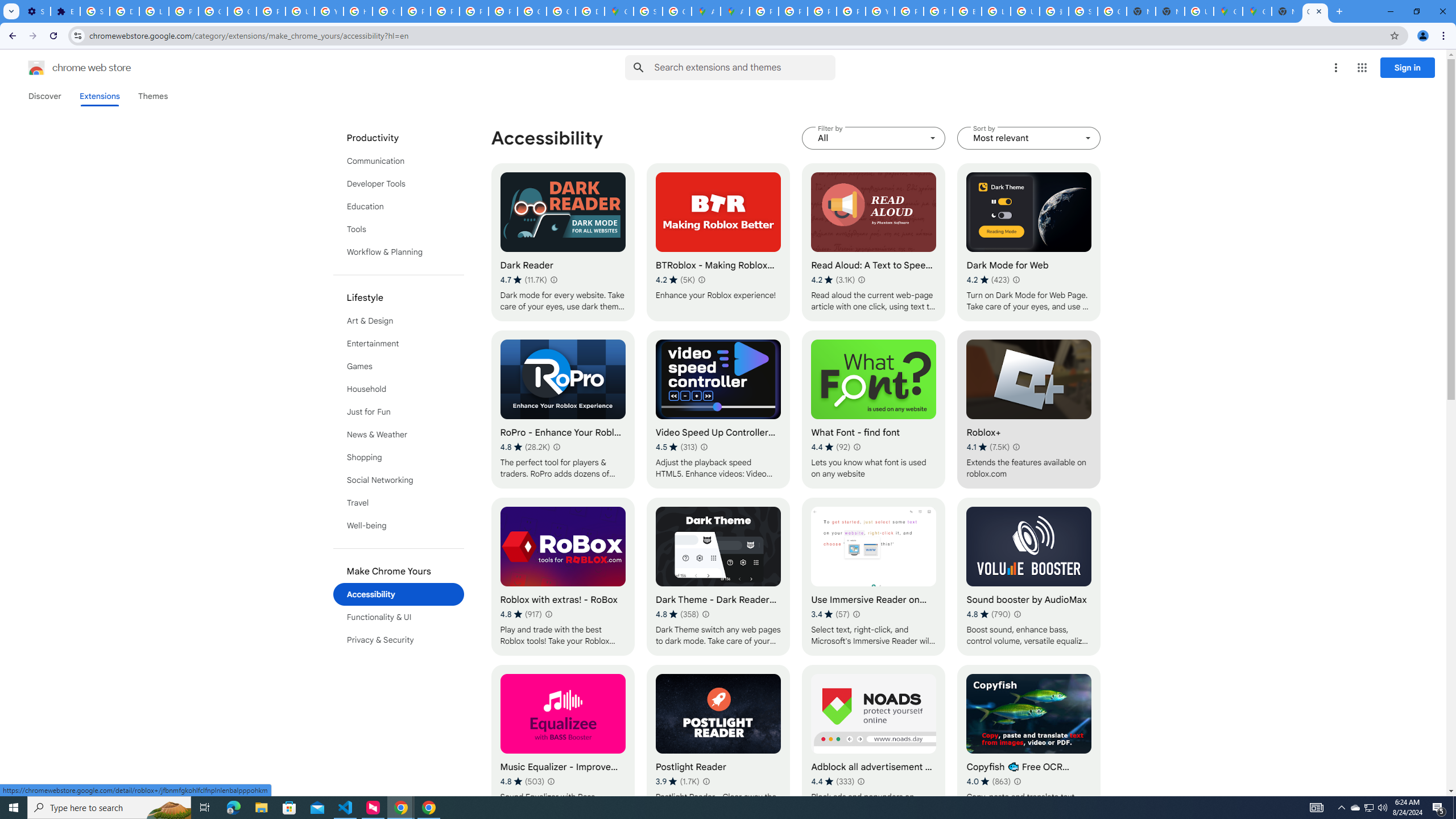  Describe the element at coordinates (562, 743) in the screenshot. I see `'Music Equalizer - Improve Sound for everyone'` at that location.